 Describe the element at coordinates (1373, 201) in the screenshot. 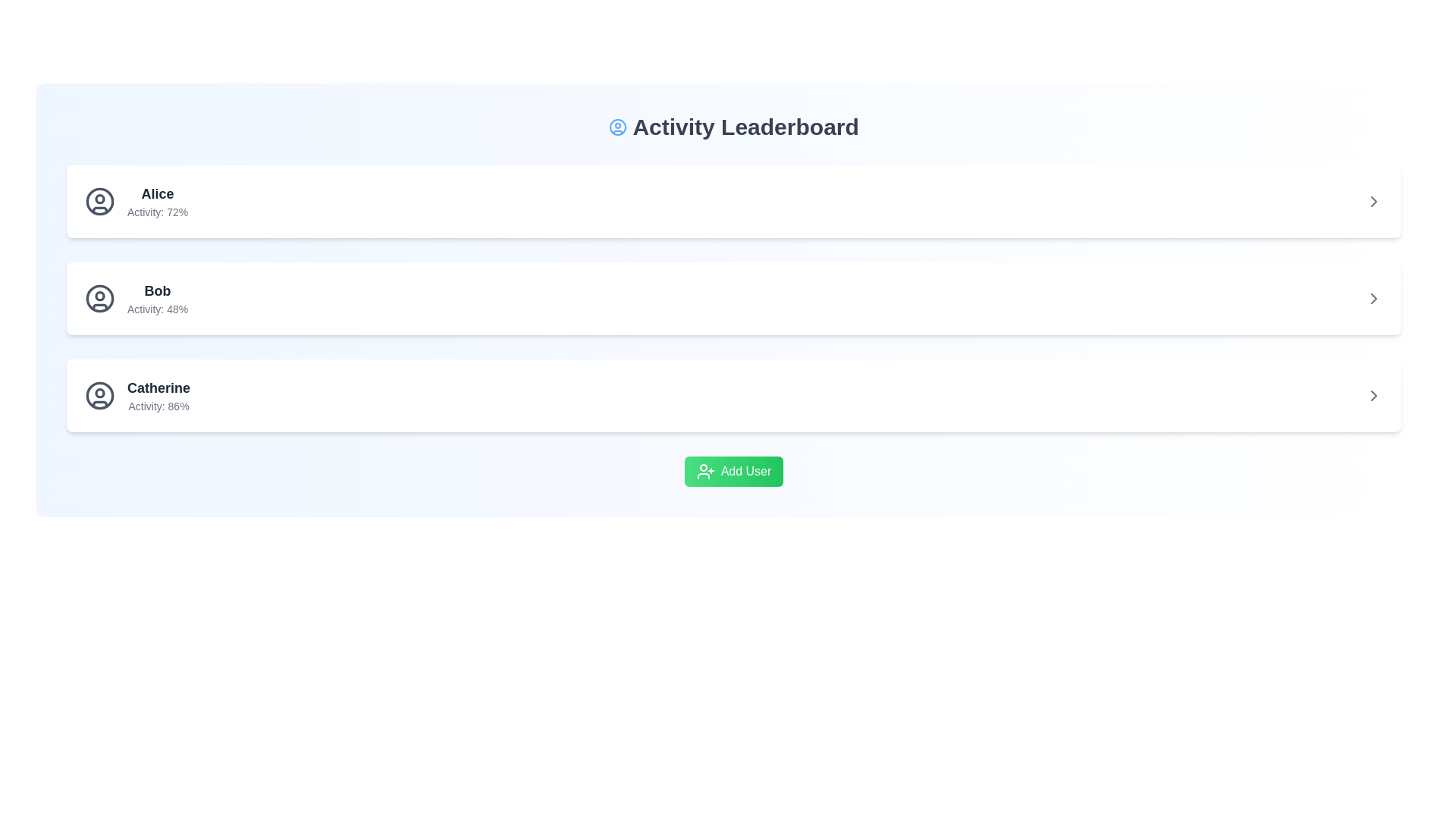

I see `the right-pointing chevron icon with a black outline located in the top right corner of the first user entry box aligned with 'Alice, Activity: 72%'` at that location.